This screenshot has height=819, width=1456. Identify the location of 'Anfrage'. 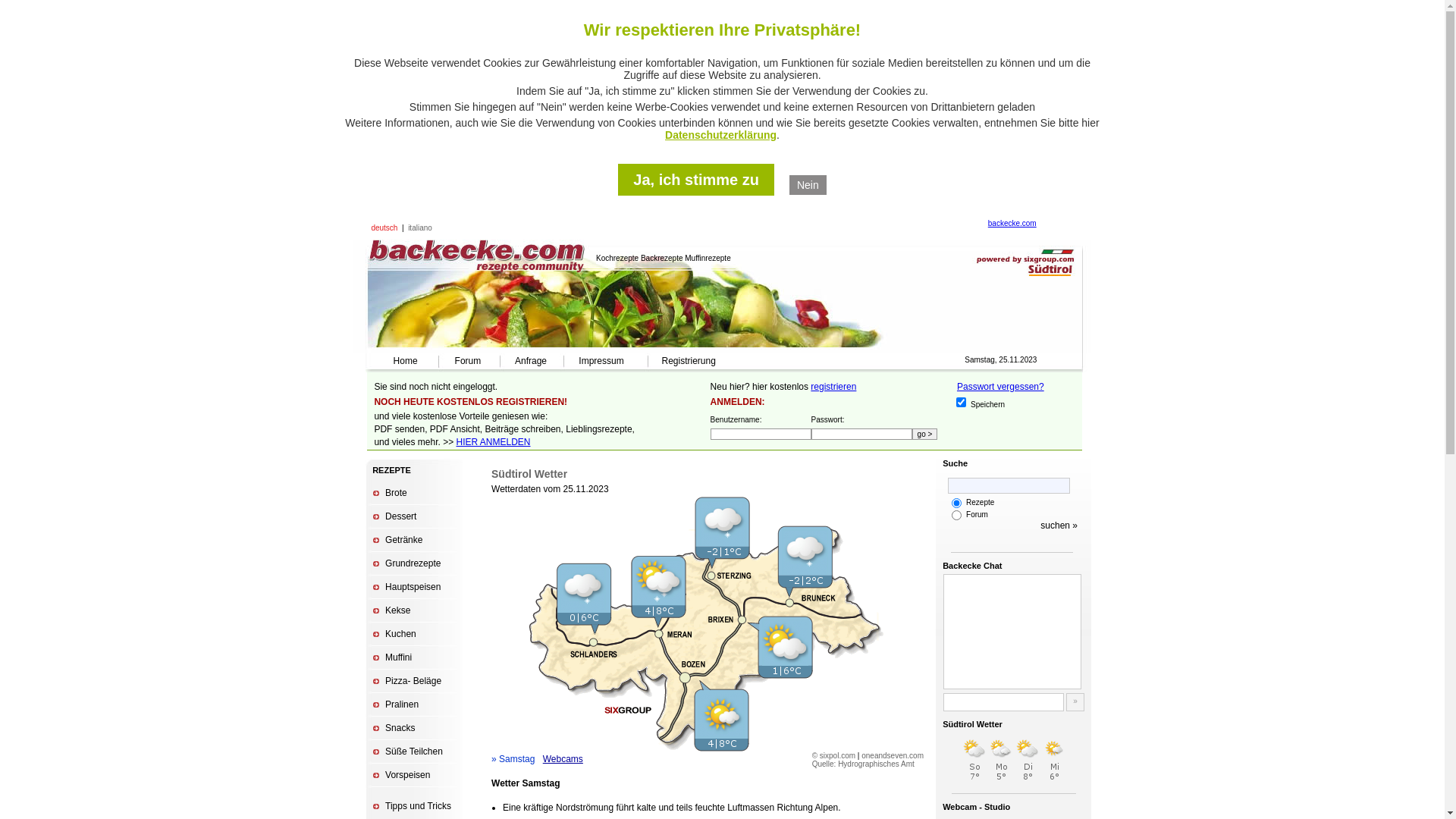
(531, 360).